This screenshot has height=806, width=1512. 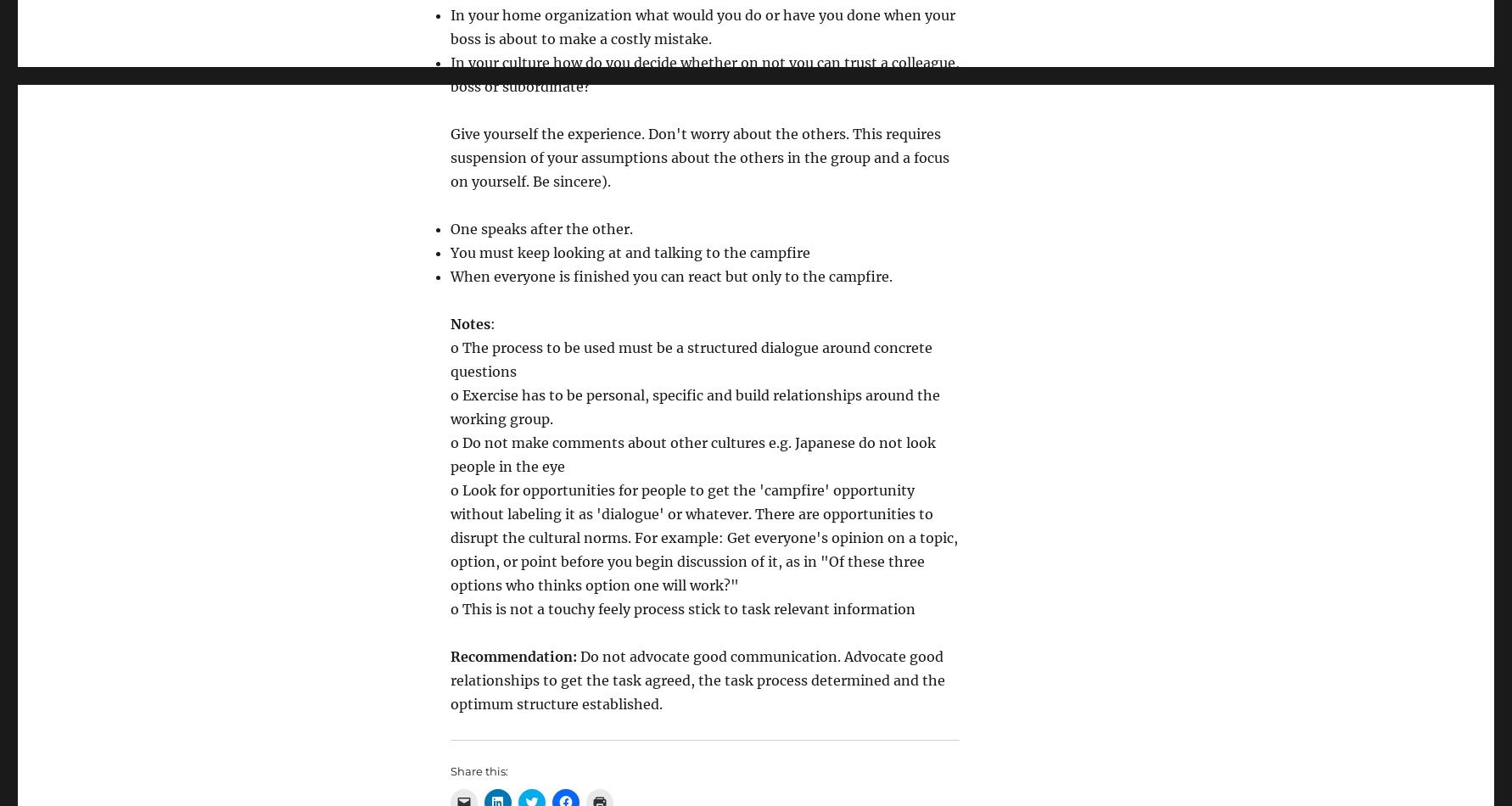 I want to click on 'You must keep looking at and talking to the campfire', so click(x=630, y=252).